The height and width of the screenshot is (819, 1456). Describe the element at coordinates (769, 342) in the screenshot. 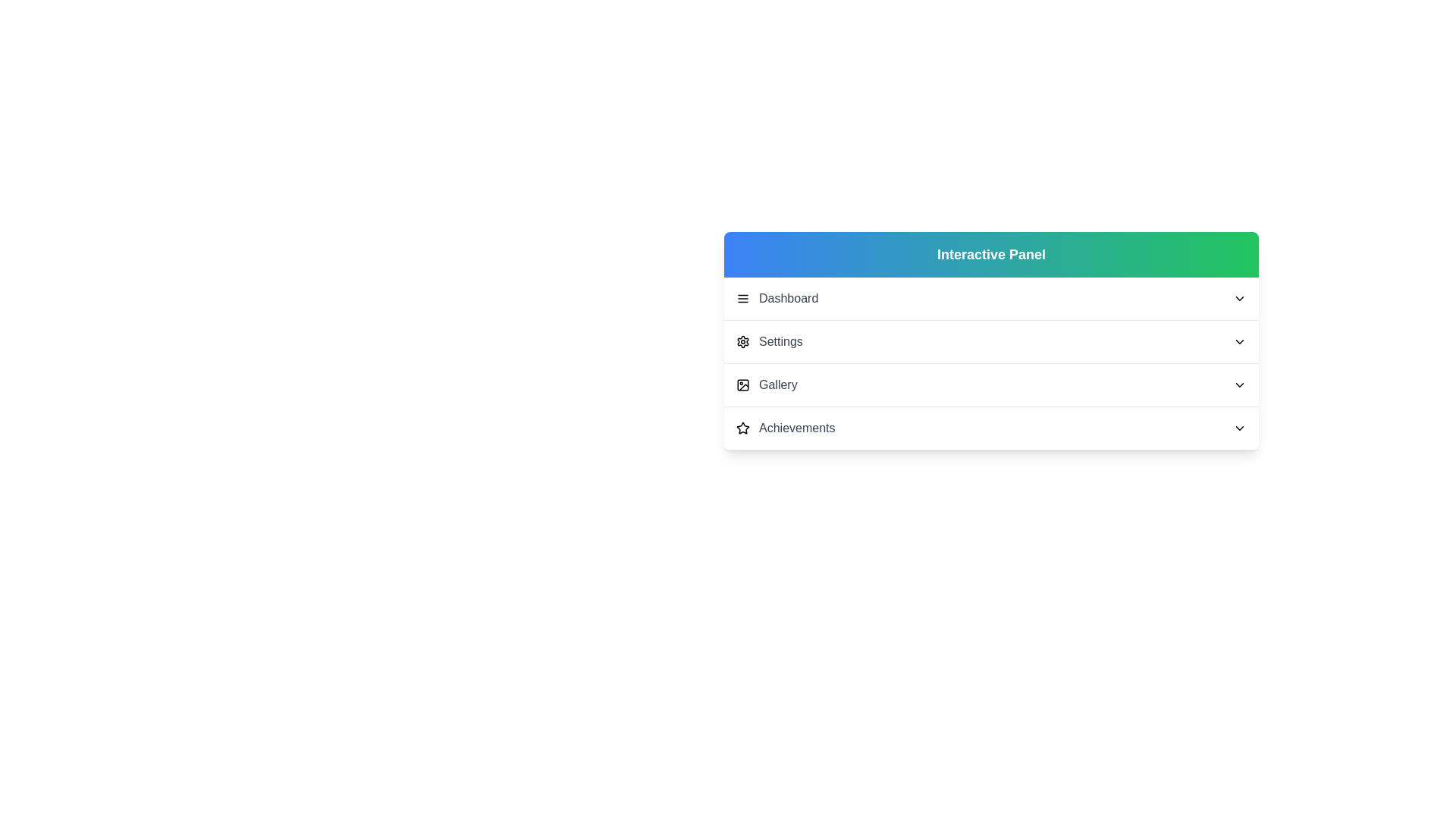

I see `the 'Settings' menu item, which is the second item in a vertical list` at that location.